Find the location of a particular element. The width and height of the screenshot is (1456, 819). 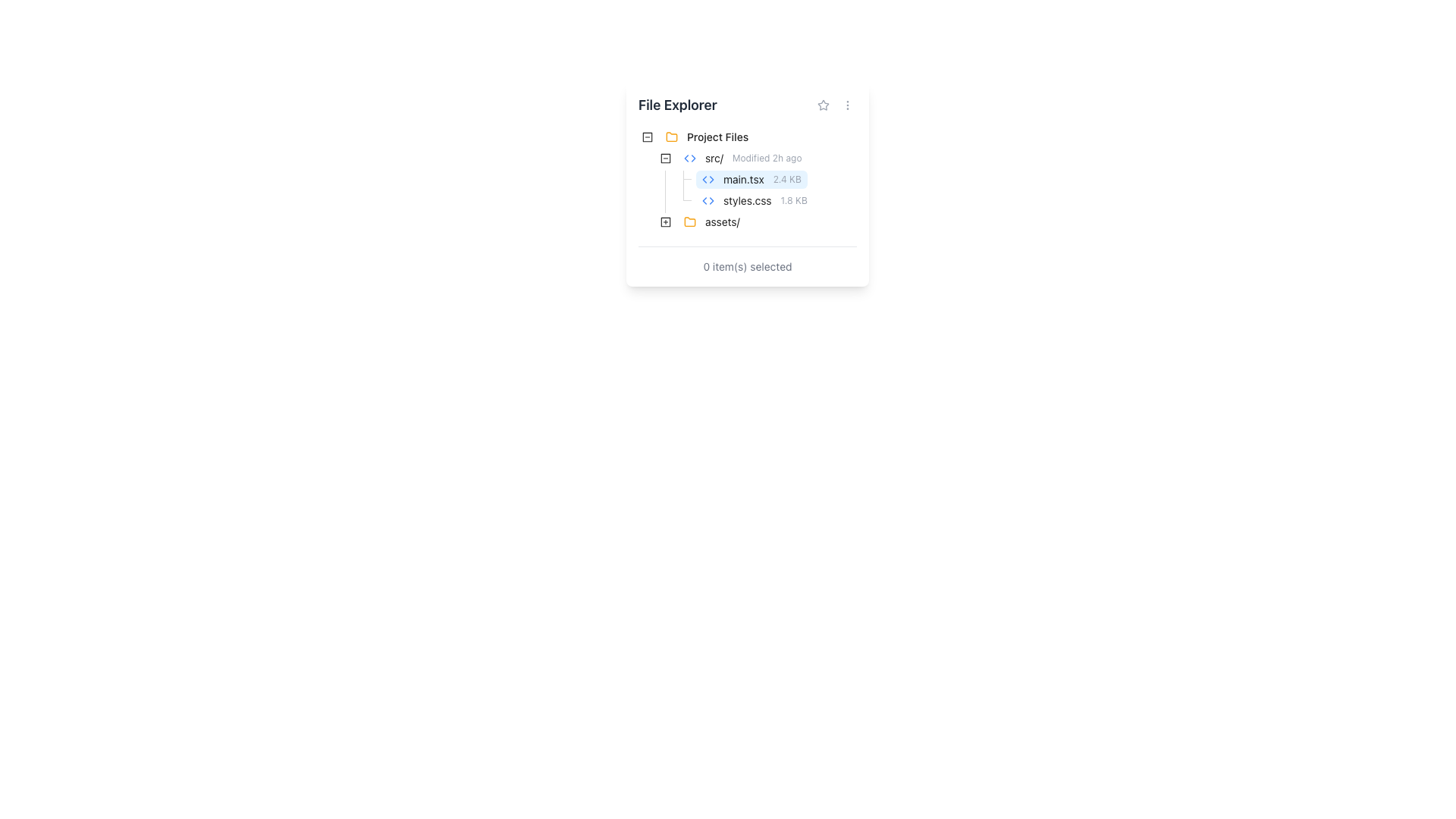

the decorative indentation marker located to the left of the node labeled 'main.tsx 2.4 KB' in the tree structure is located at coordinates (656, 178).